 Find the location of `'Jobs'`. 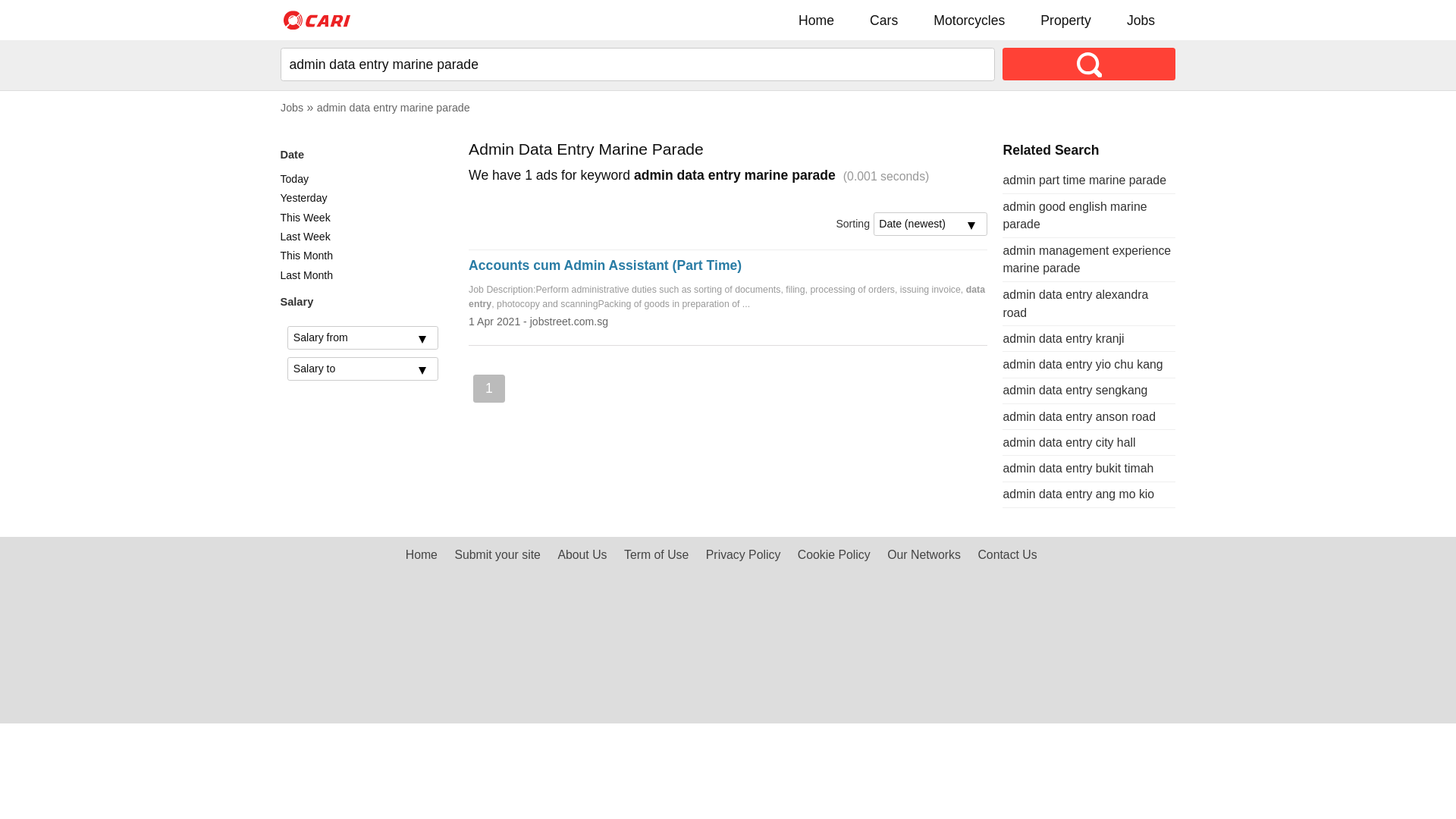

'Jobs' is located at coordinates (1141, 20).